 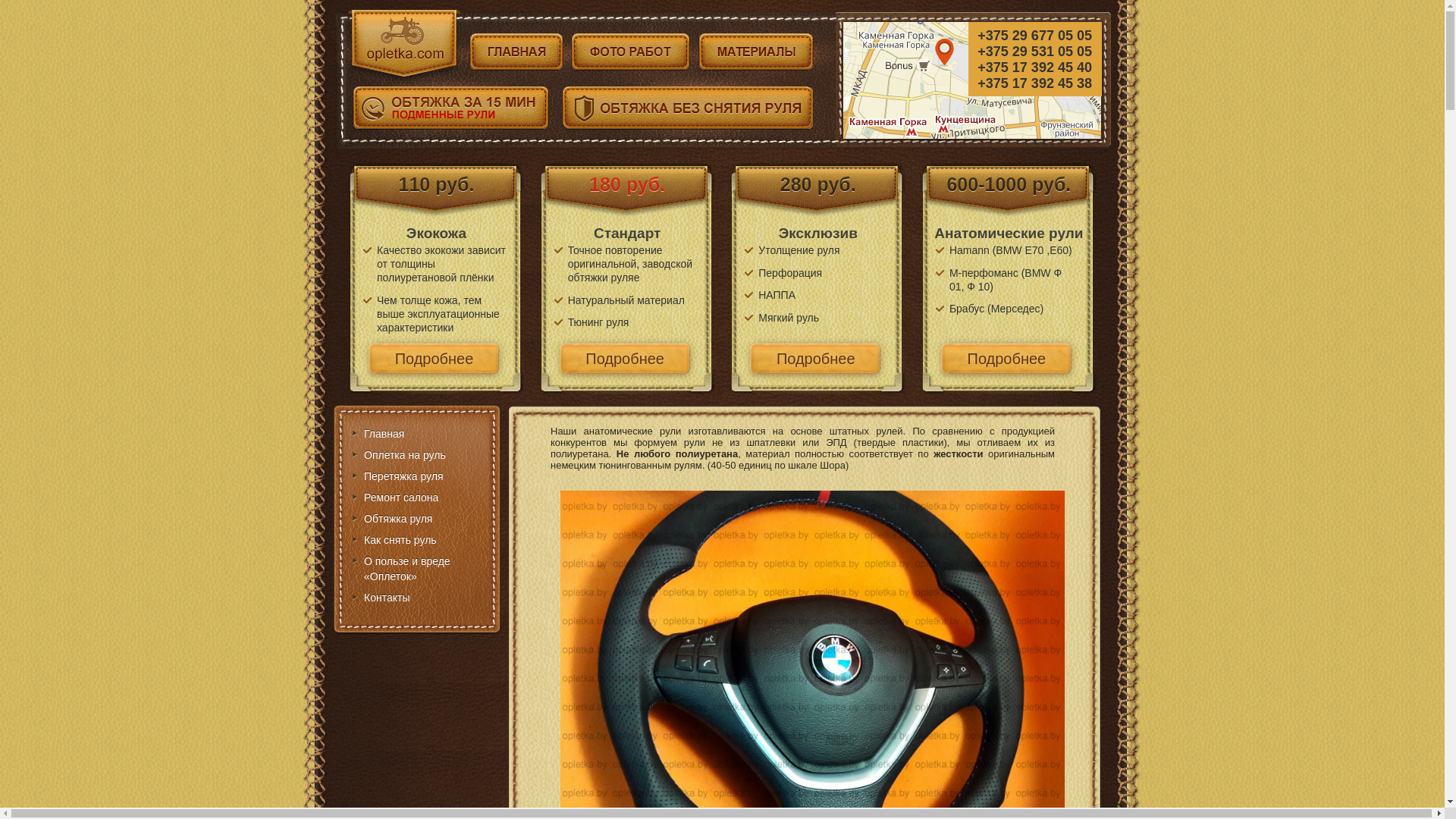 I want to click on '+375 29 677 05 05', so click(x=1034, y=35).